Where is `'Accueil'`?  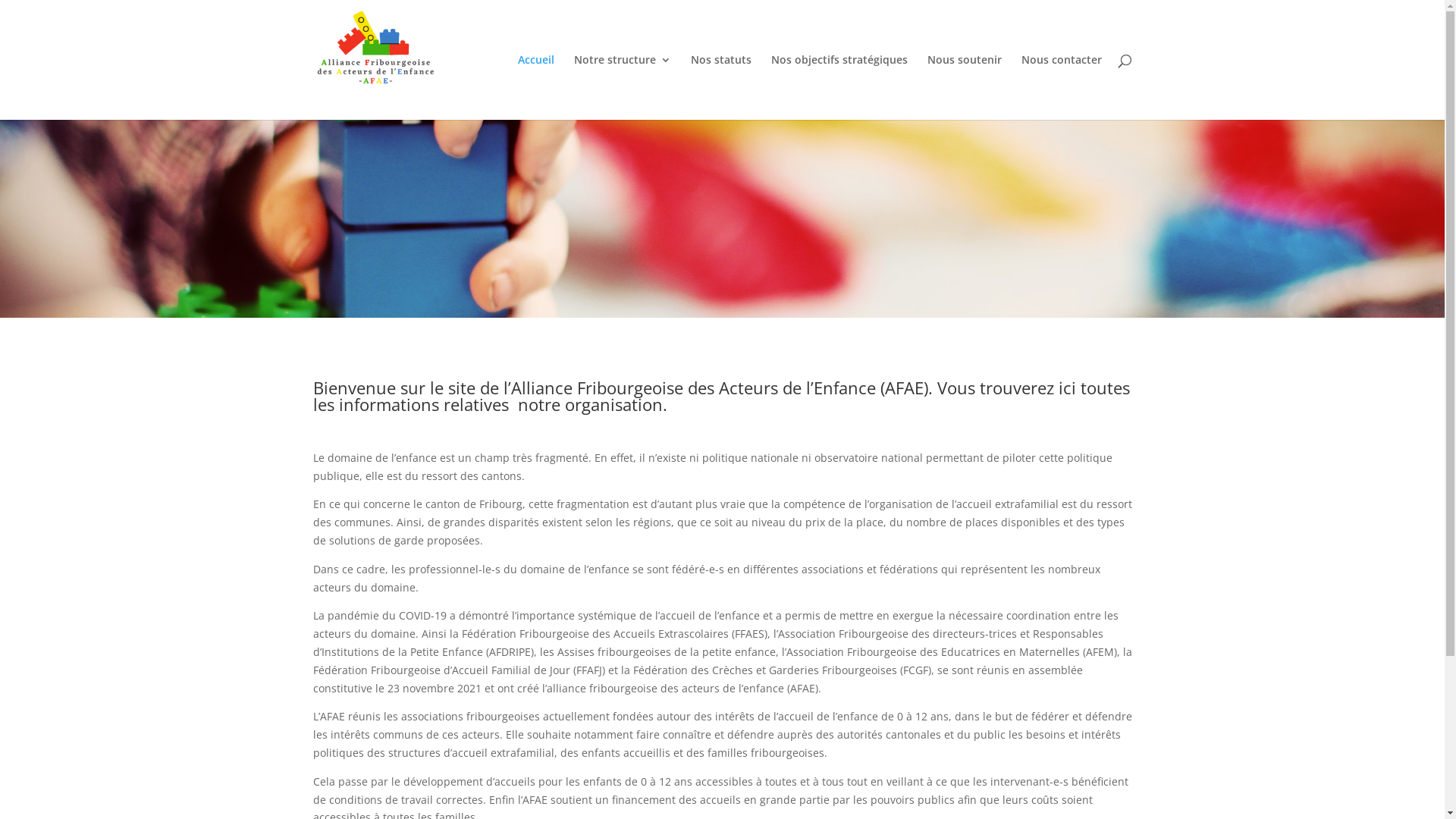
'Accueil' is located at coordinates (535, 87).